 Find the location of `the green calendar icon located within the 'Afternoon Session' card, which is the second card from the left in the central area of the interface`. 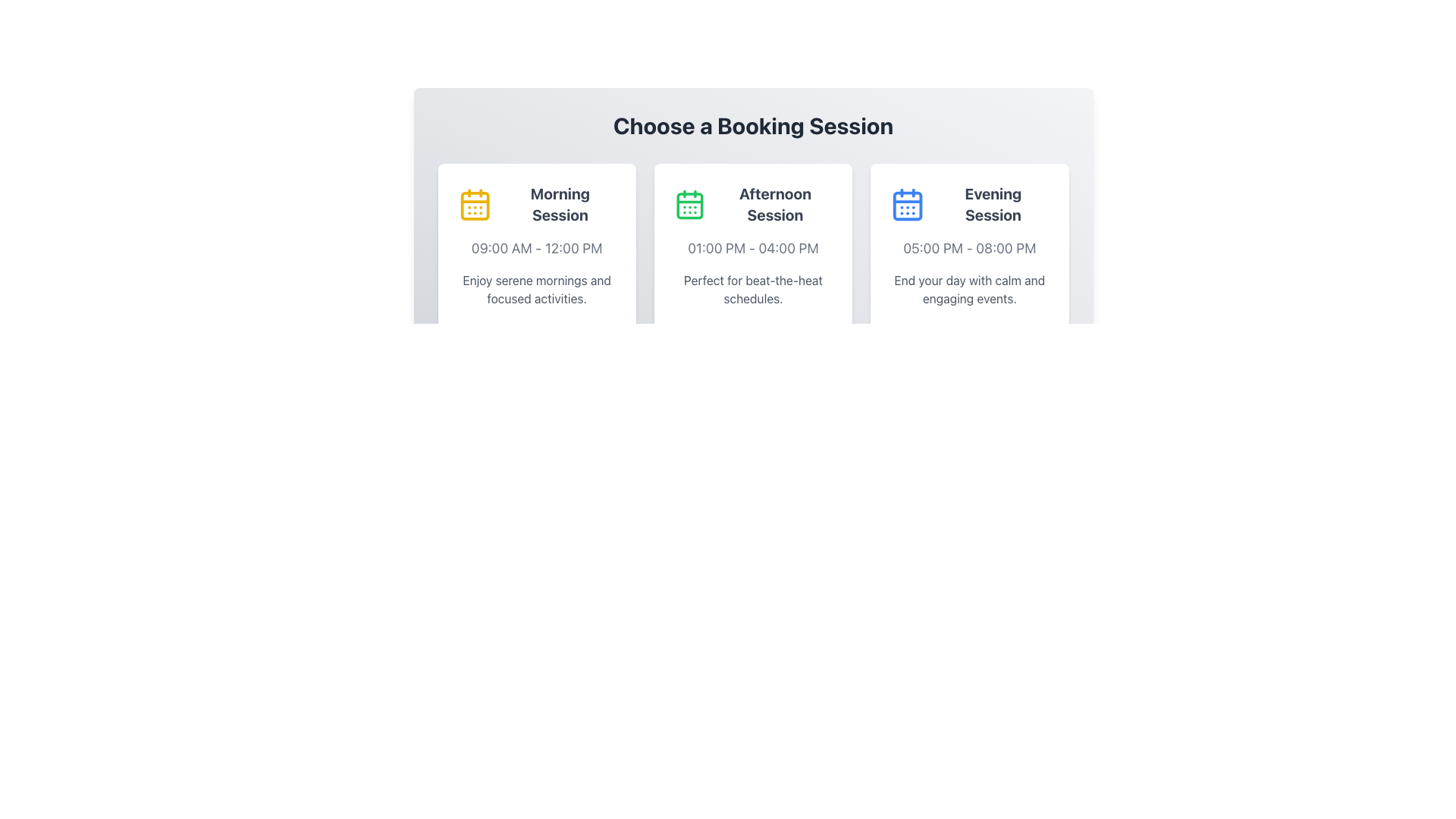

the green calendar icon located within the 'Afternoon Session' card, which is the second card from the left in the central area of the interface is located at coordinates (689, 206).